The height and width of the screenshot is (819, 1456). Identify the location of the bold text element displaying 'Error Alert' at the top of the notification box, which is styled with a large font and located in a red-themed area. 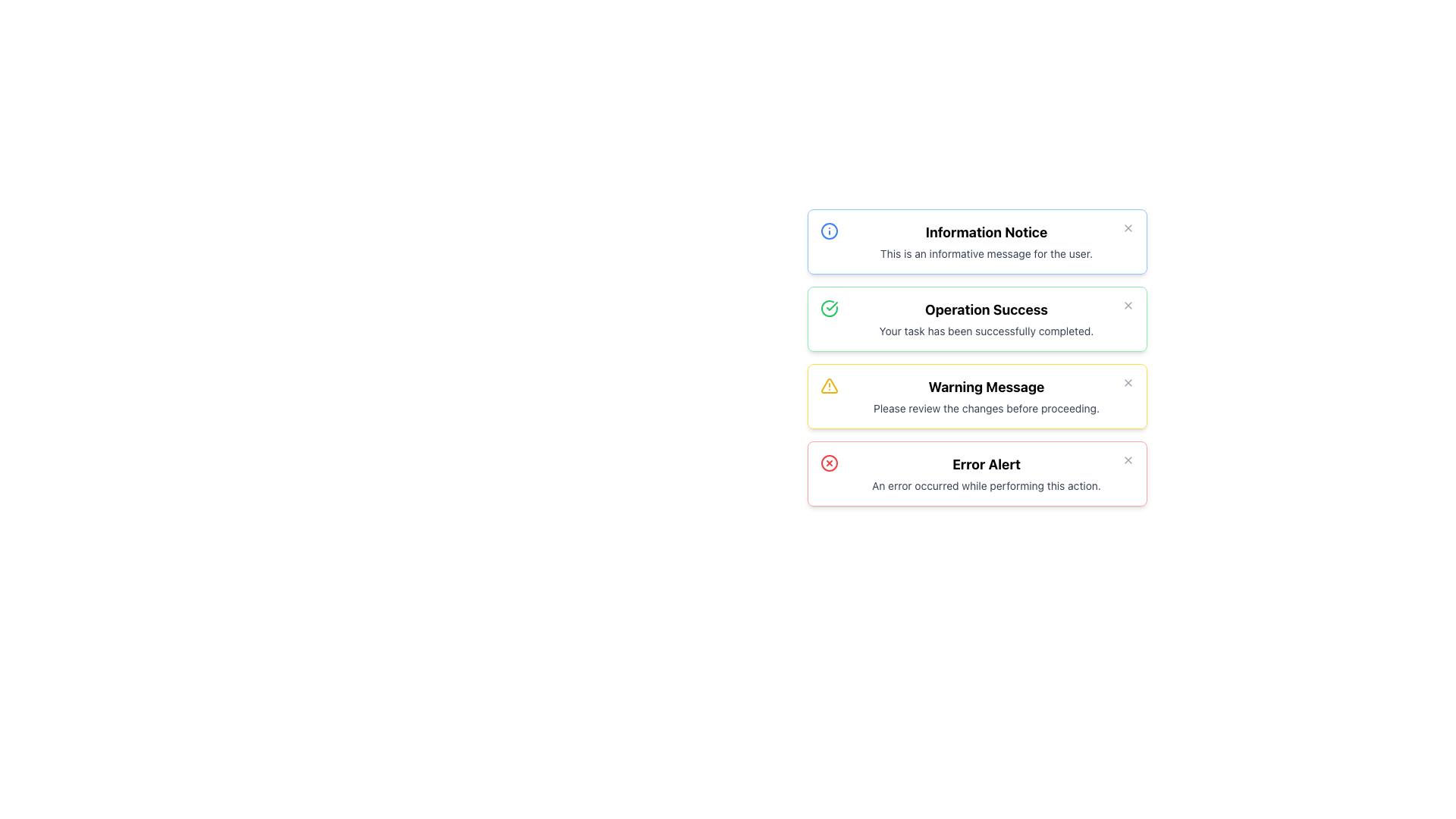
(986, 464).